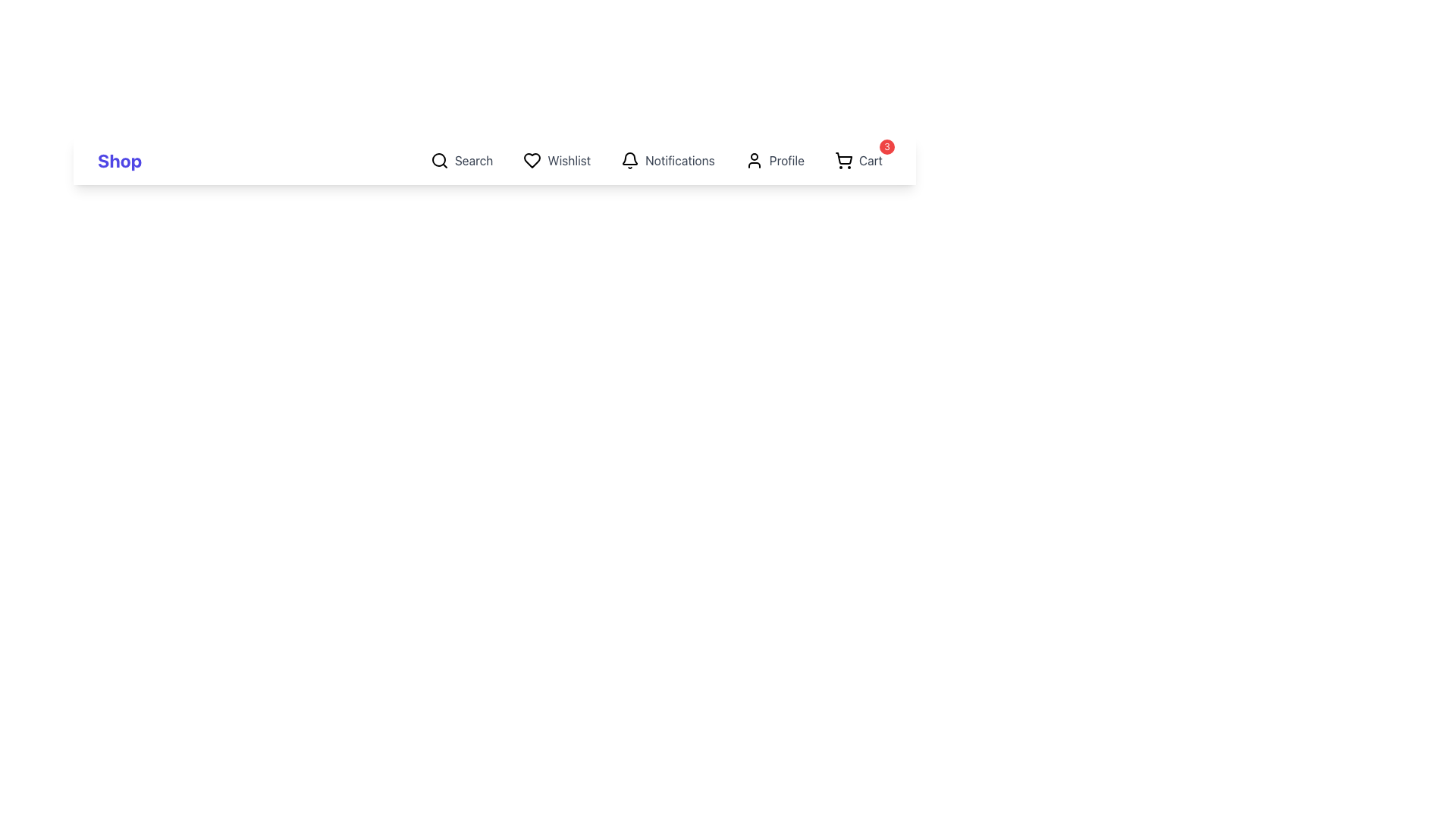 The width and height of the screenshot is (1456, 819). I want to click on the 'Shop' text label, which is the first element on the left of the navigation bar at the top of the interface, so click(119, 161).